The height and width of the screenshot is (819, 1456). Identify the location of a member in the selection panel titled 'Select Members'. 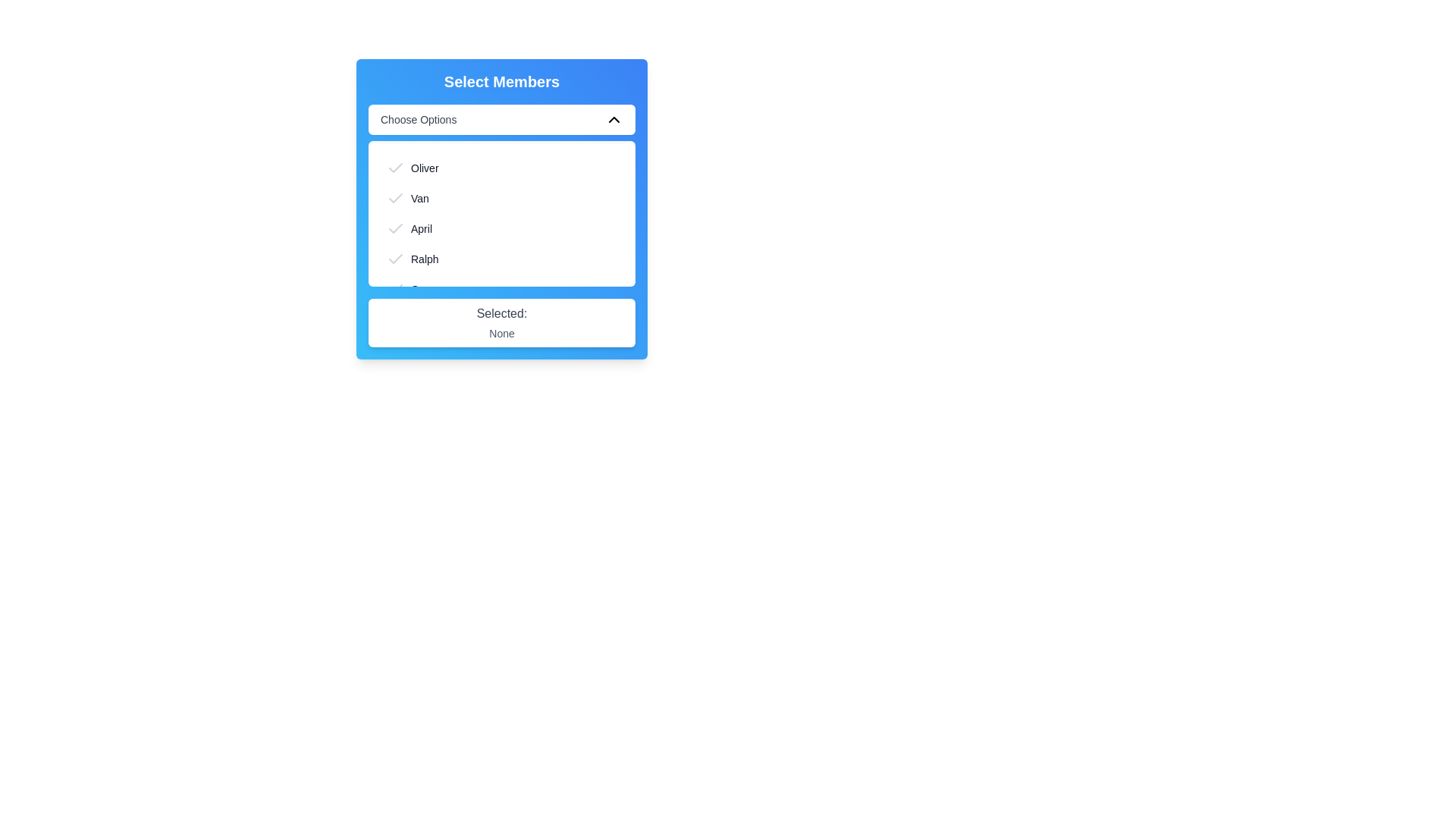
(502, 209).